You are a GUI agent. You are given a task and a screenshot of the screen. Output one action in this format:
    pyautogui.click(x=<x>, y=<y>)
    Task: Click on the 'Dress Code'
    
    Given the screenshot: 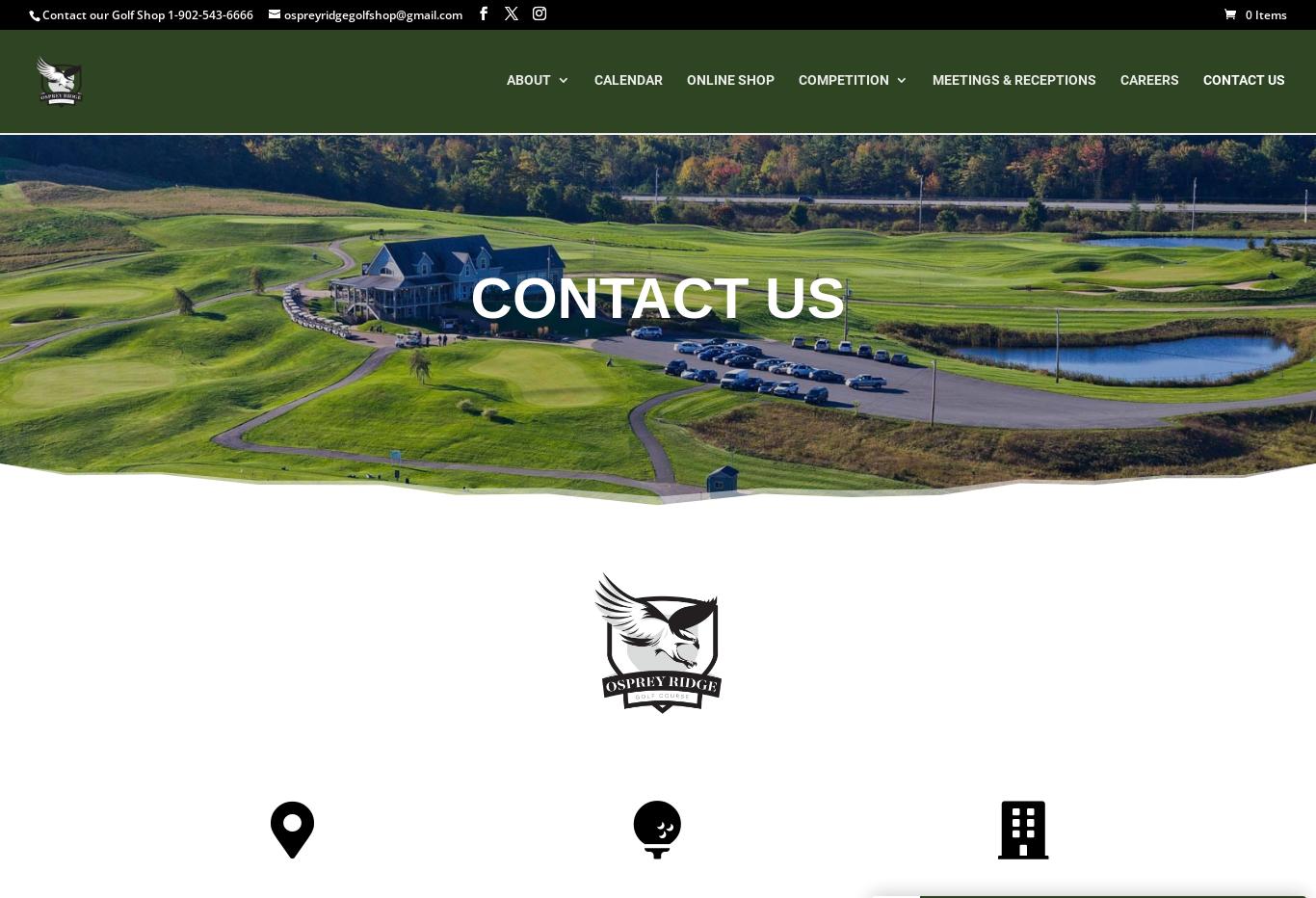 What is the action you would take?
    pyautogui.click(x=584, y=512)
    